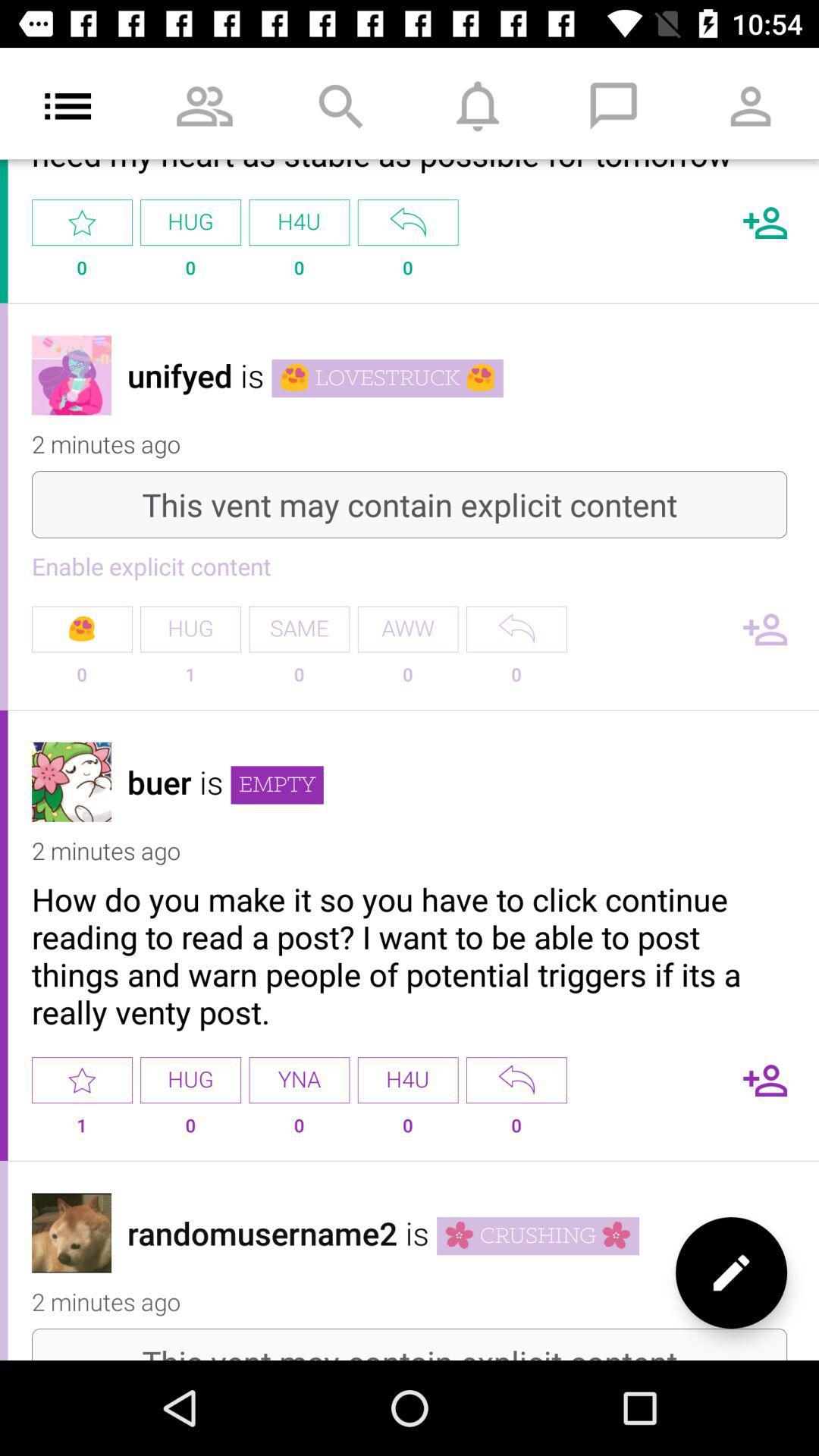  Describe the element at coordinates (407, 221) in the screenshot. I see `reply` at that location.